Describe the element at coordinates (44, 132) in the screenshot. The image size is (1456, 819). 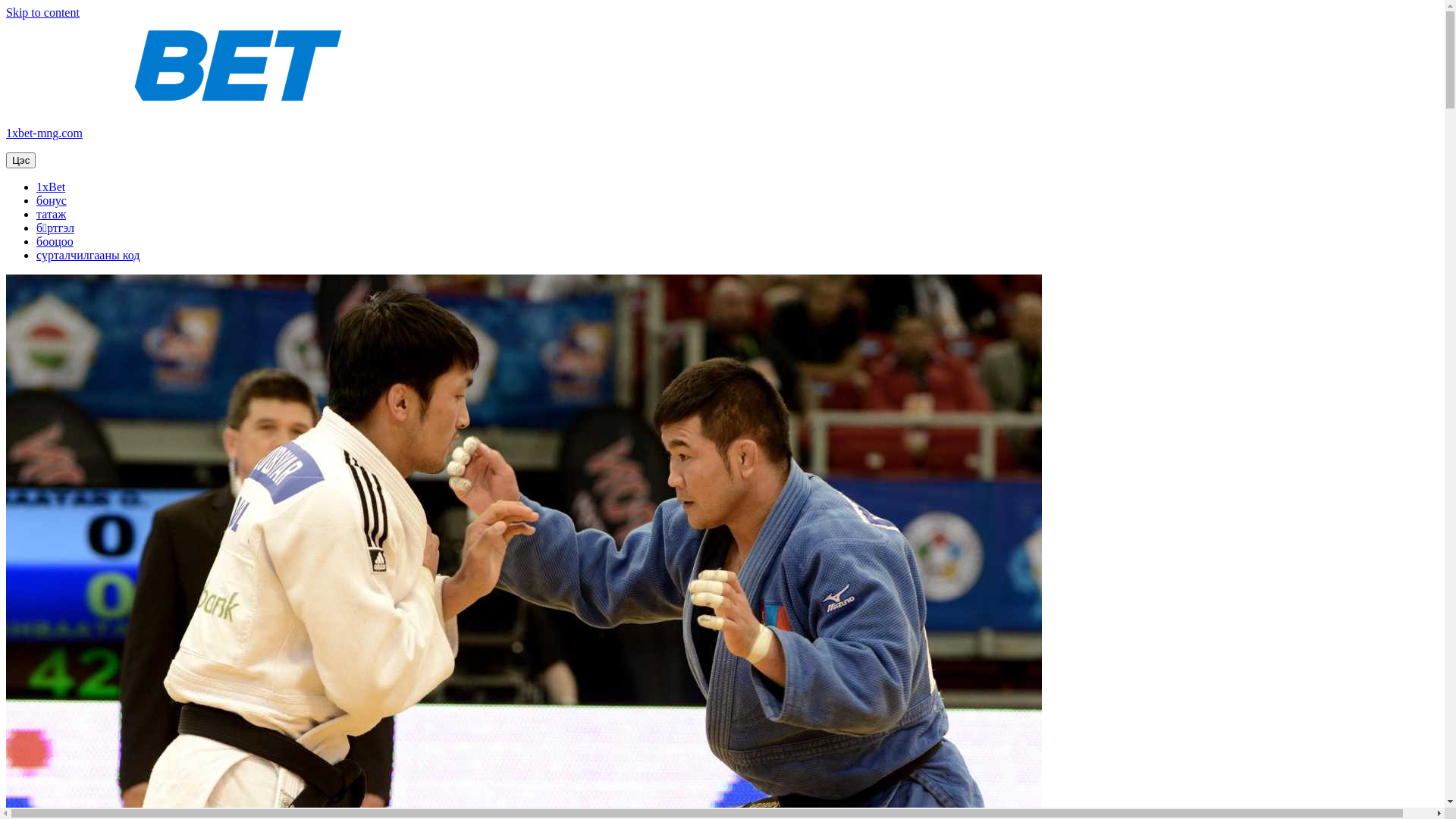
I see `'1xbet-mng.com'` at that location.